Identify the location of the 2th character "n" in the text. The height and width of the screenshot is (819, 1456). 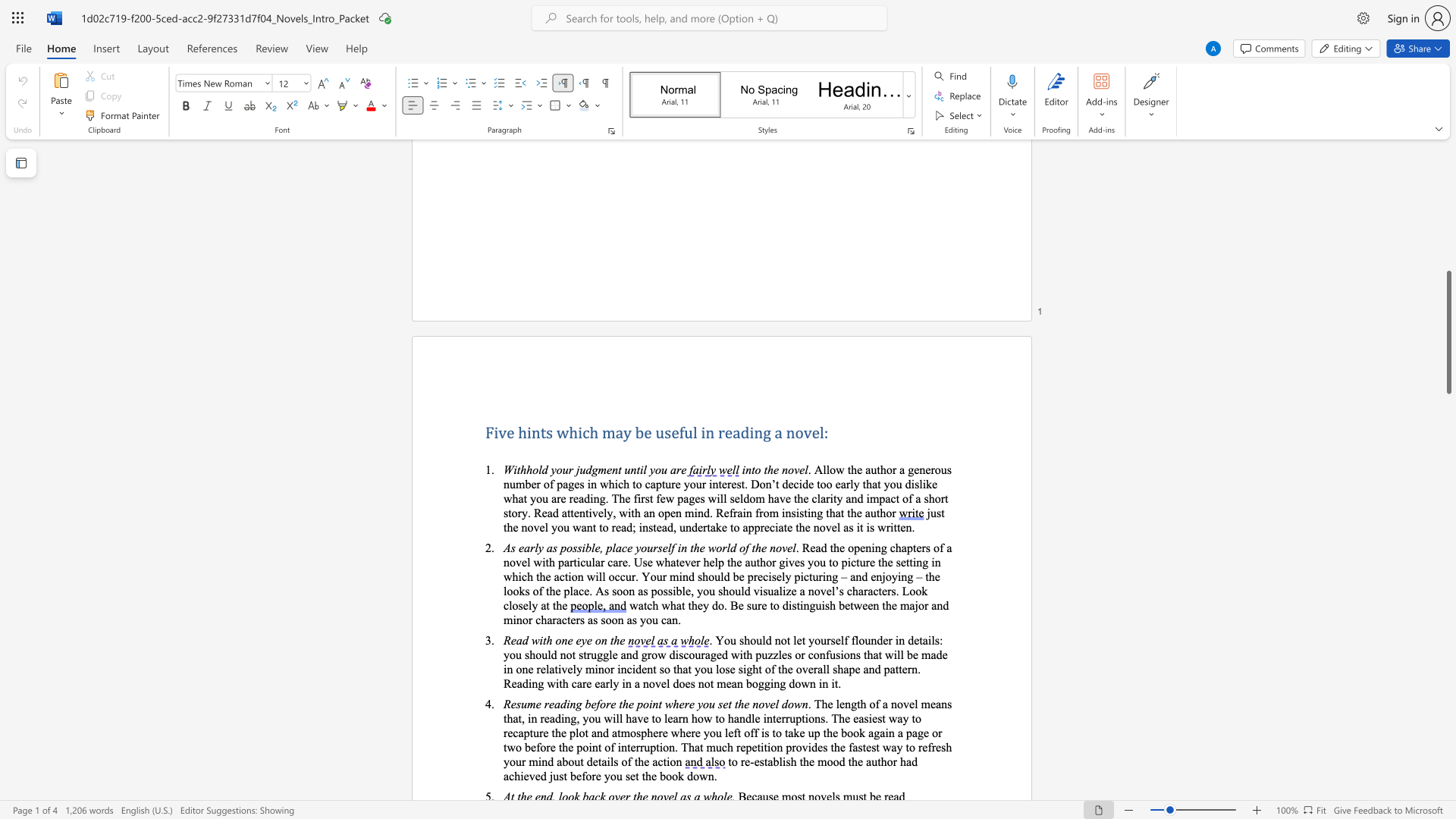
(785, 469).